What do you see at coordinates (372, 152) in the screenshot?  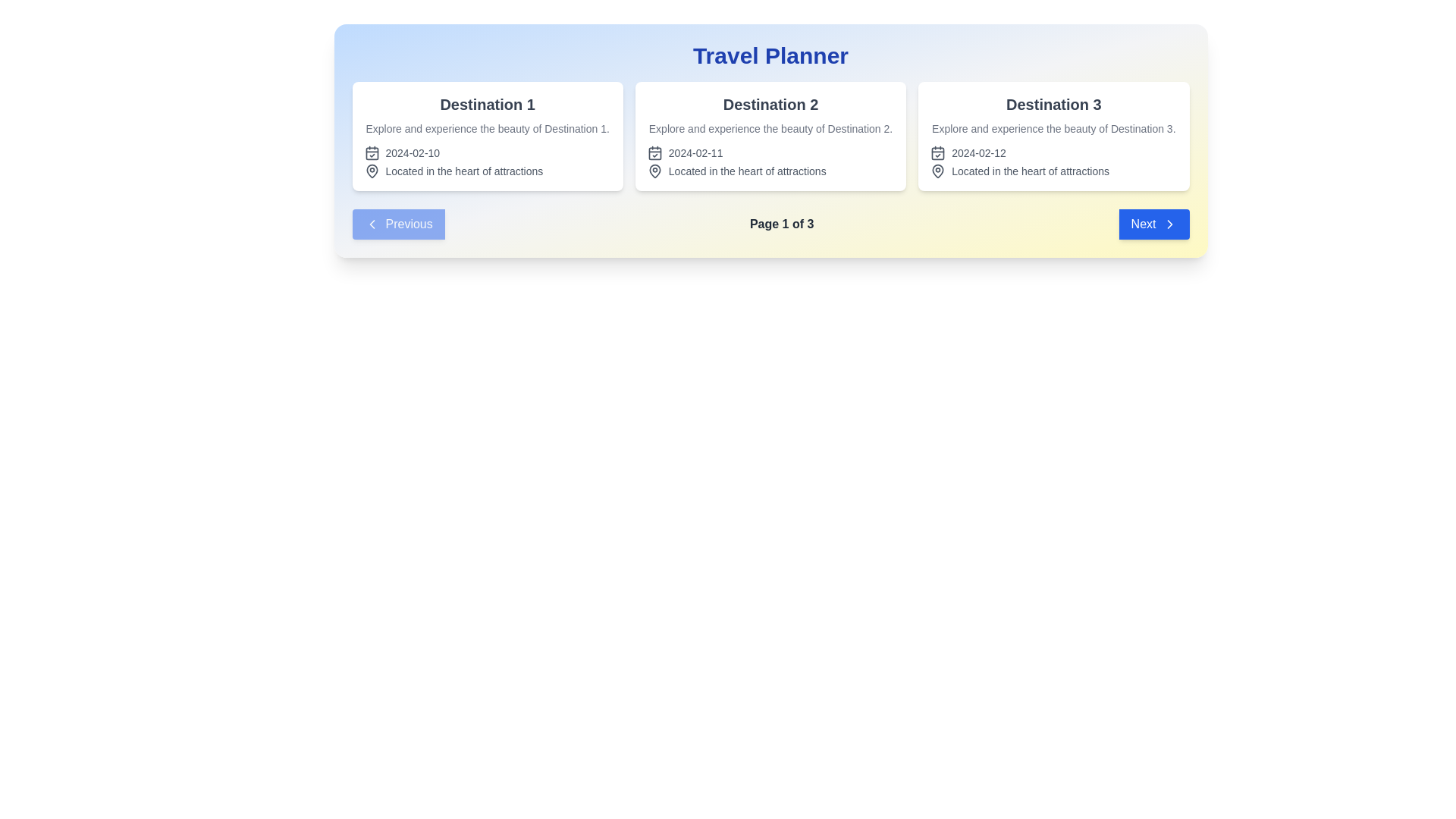 I see `the calendar icon located to the left of the date text '2024-02-10' within the 'Destination 1' card` at bounding box center [372, 152].